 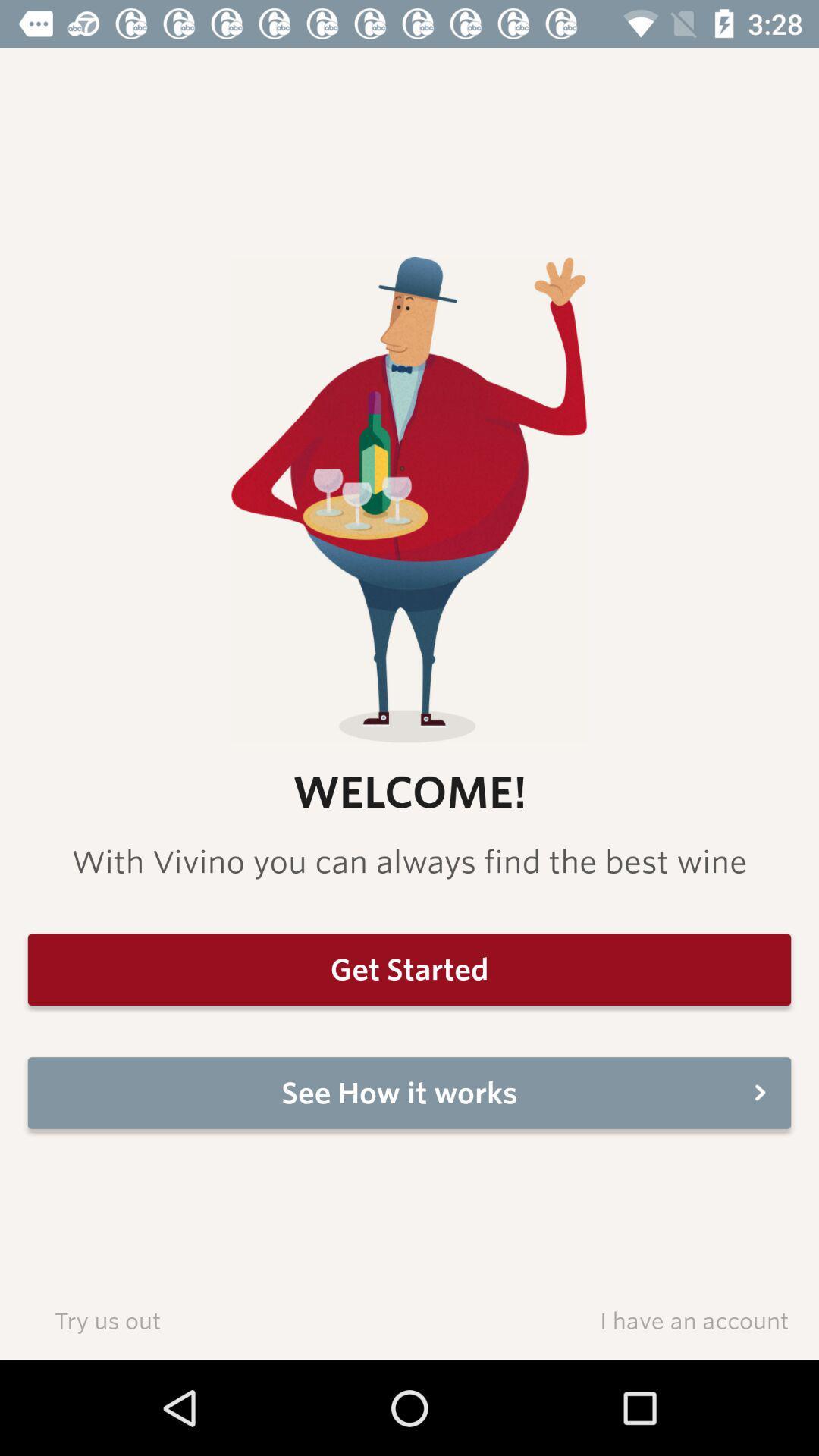 I want to click on the item next to the i have an item, so click(x=106, y=1319).